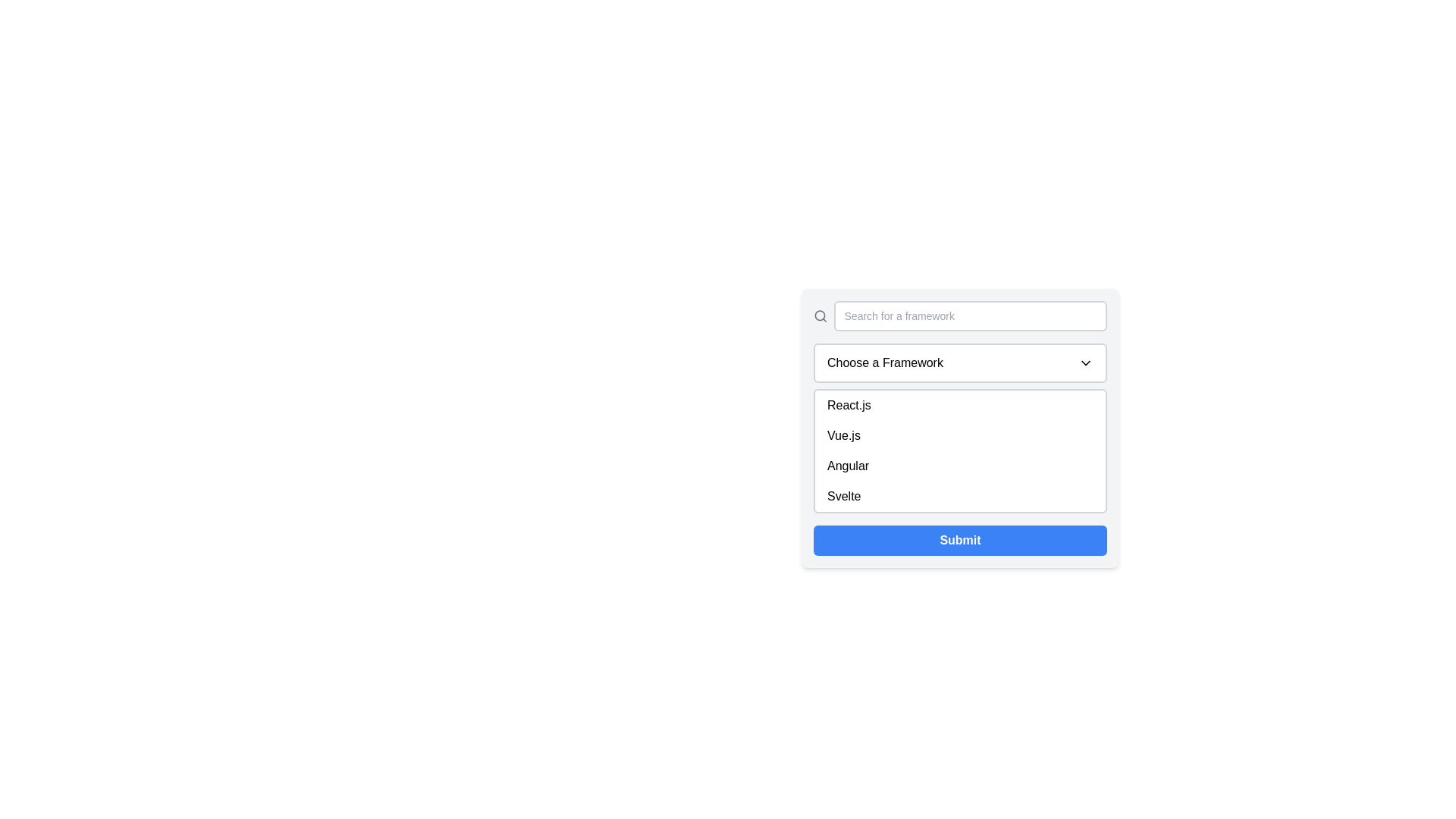  Describe the element at coordinates (959, 540) in the screenshot. I see `the blue rectangular 'Submit' button with rounded corners at the bottom of the card layout` at that location.